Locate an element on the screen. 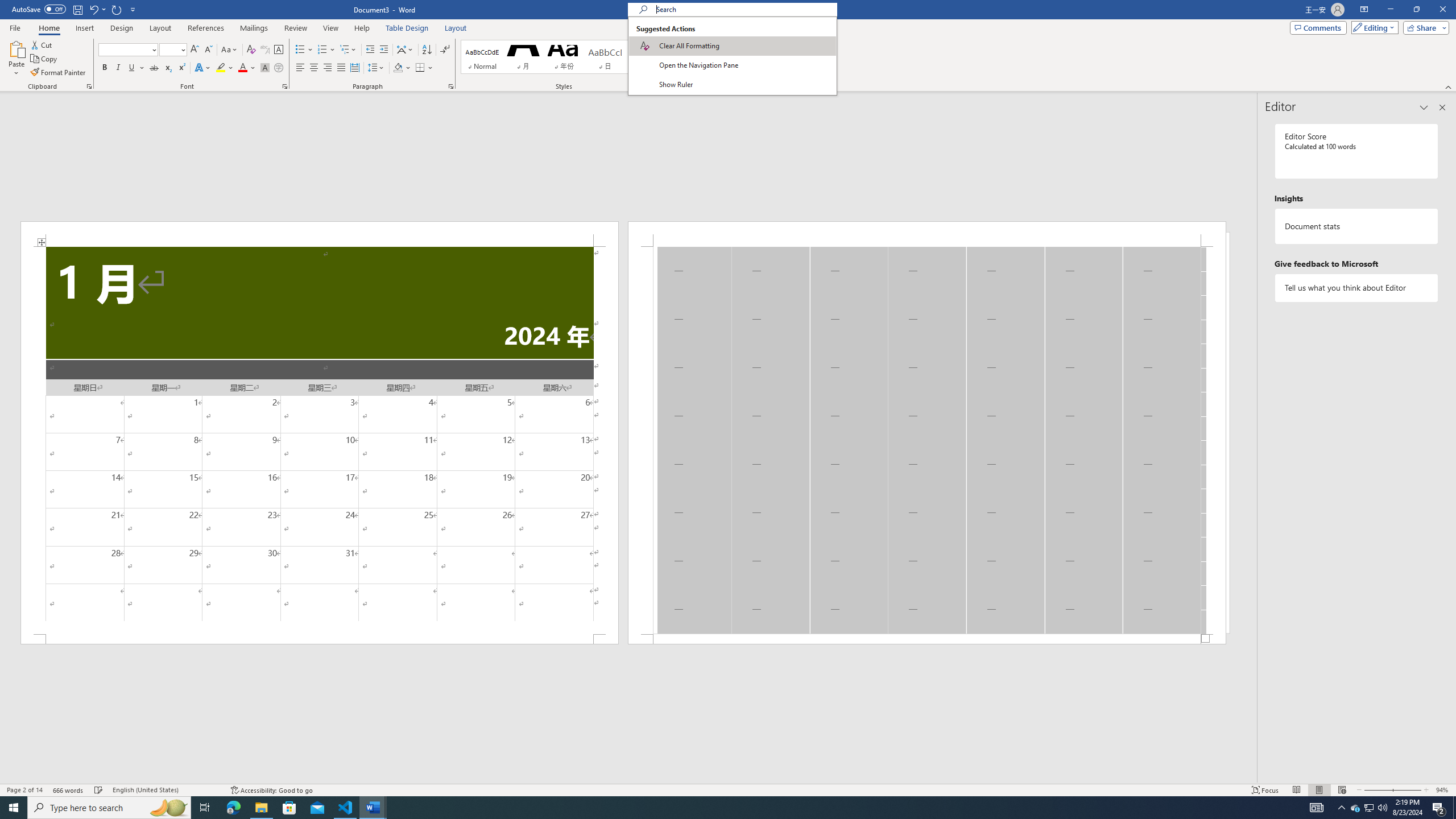 The image size is (1456, 819). 'Distributed' is located at coordinates (354, 67).